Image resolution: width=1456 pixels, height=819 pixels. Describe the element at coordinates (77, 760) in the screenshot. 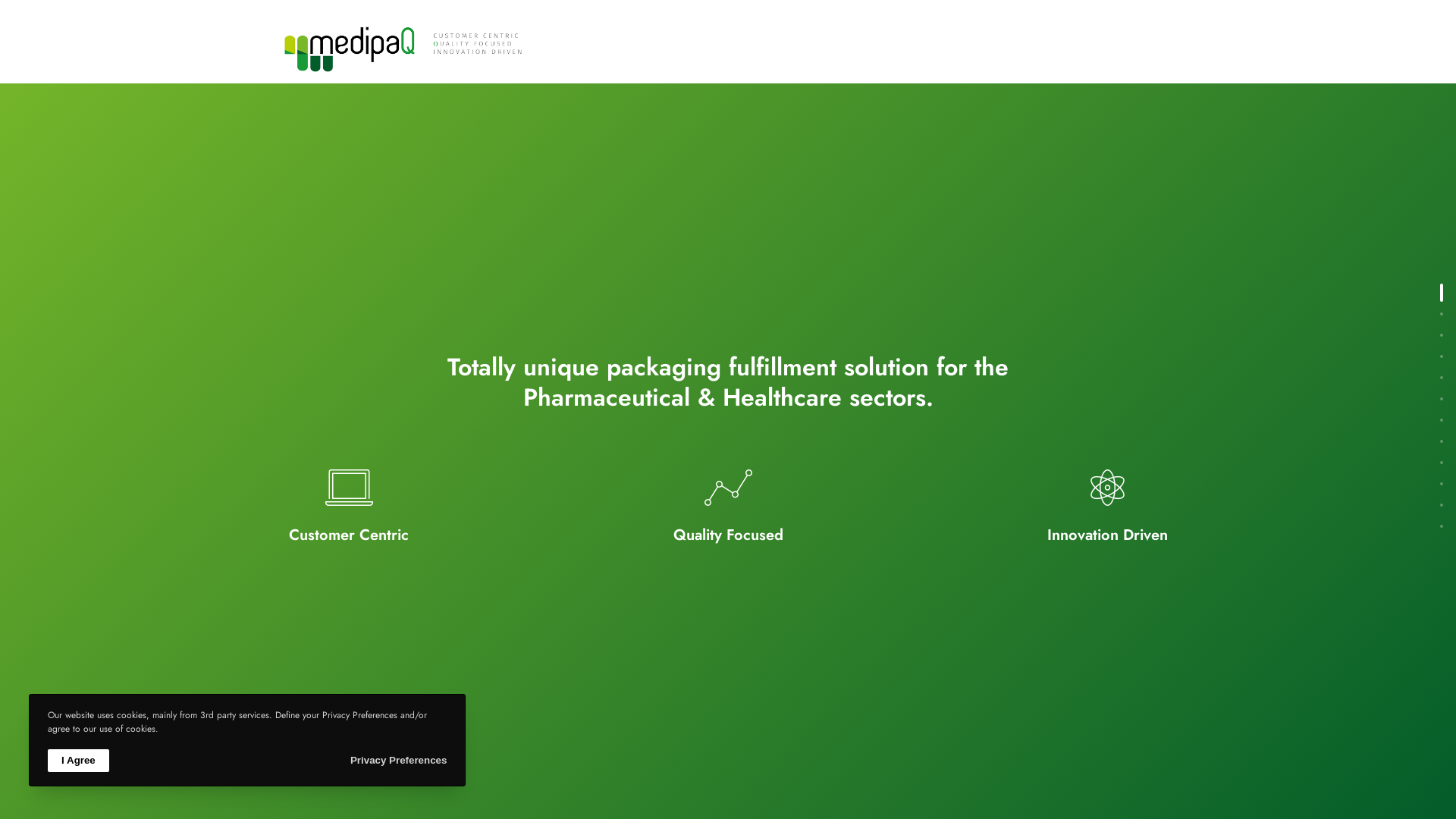

I see `'I Agree'` at that location.